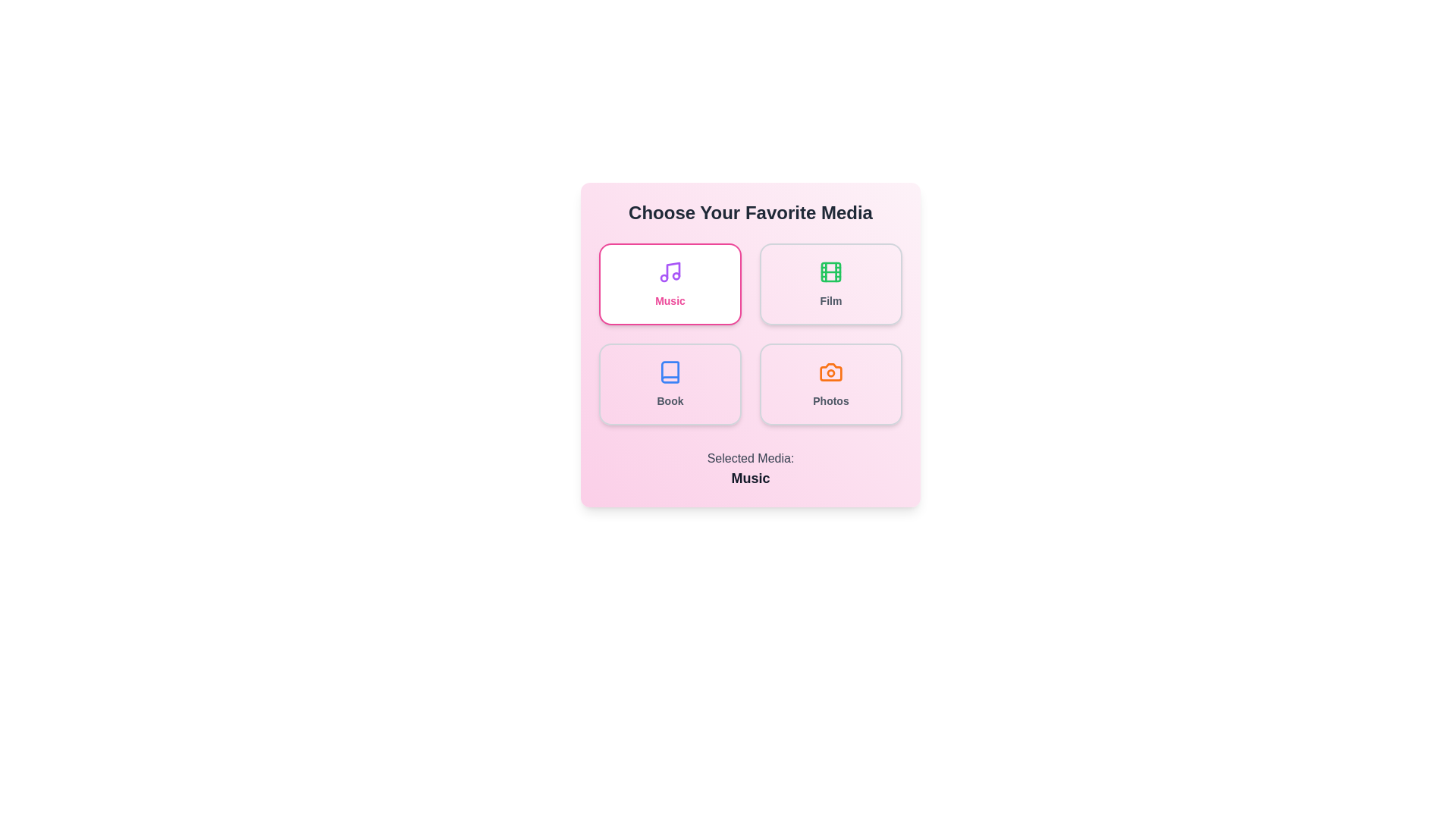 This screenshot has width=1456, height=819. I want to click on the media type Music by clicking its respective button, so click(669, 284).